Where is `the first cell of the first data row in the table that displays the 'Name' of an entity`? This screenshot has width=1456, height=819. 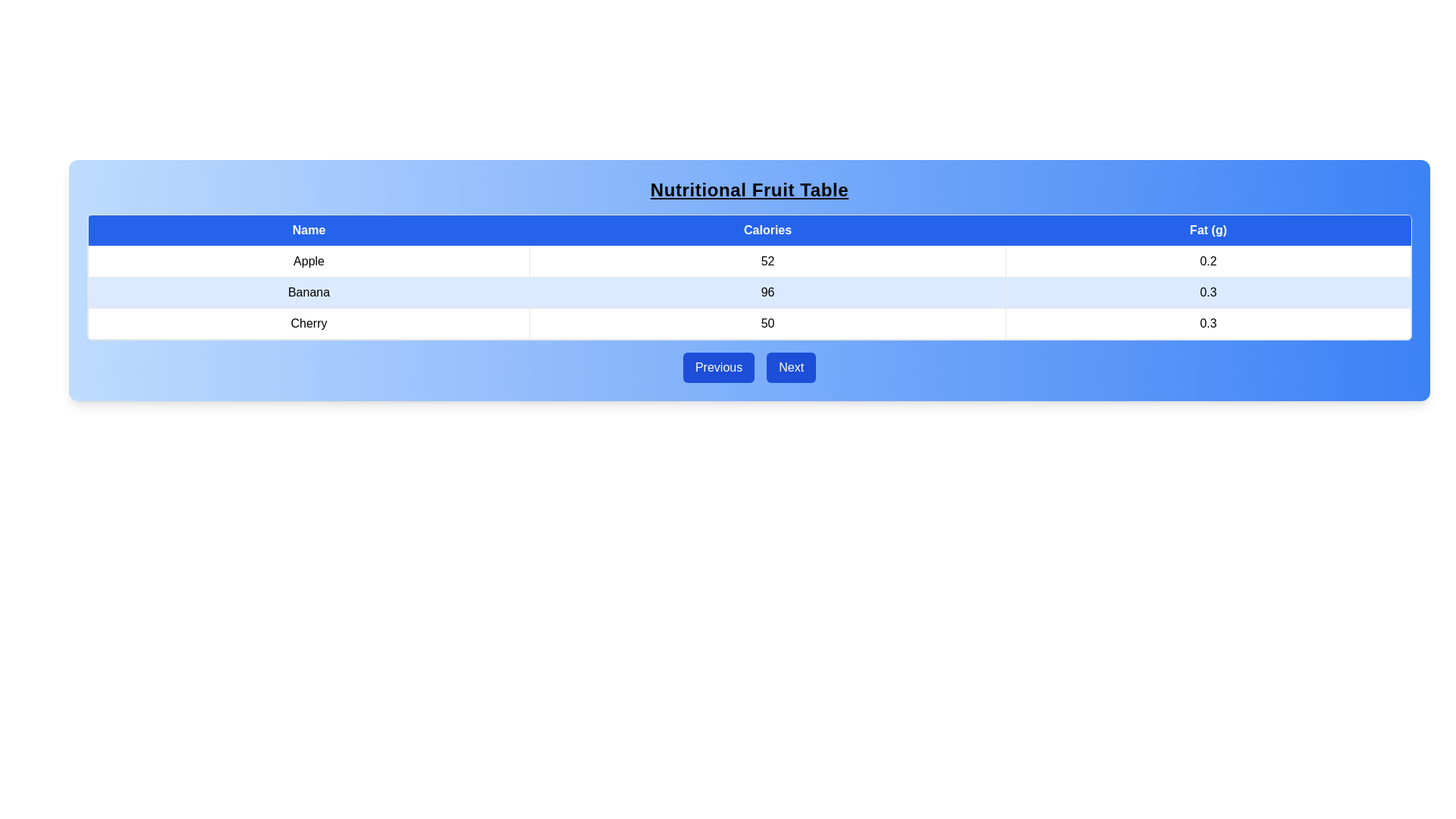
the first cell of the first data row in the table that displays the 'Name' of an entity is located at coordinates (308, 260).